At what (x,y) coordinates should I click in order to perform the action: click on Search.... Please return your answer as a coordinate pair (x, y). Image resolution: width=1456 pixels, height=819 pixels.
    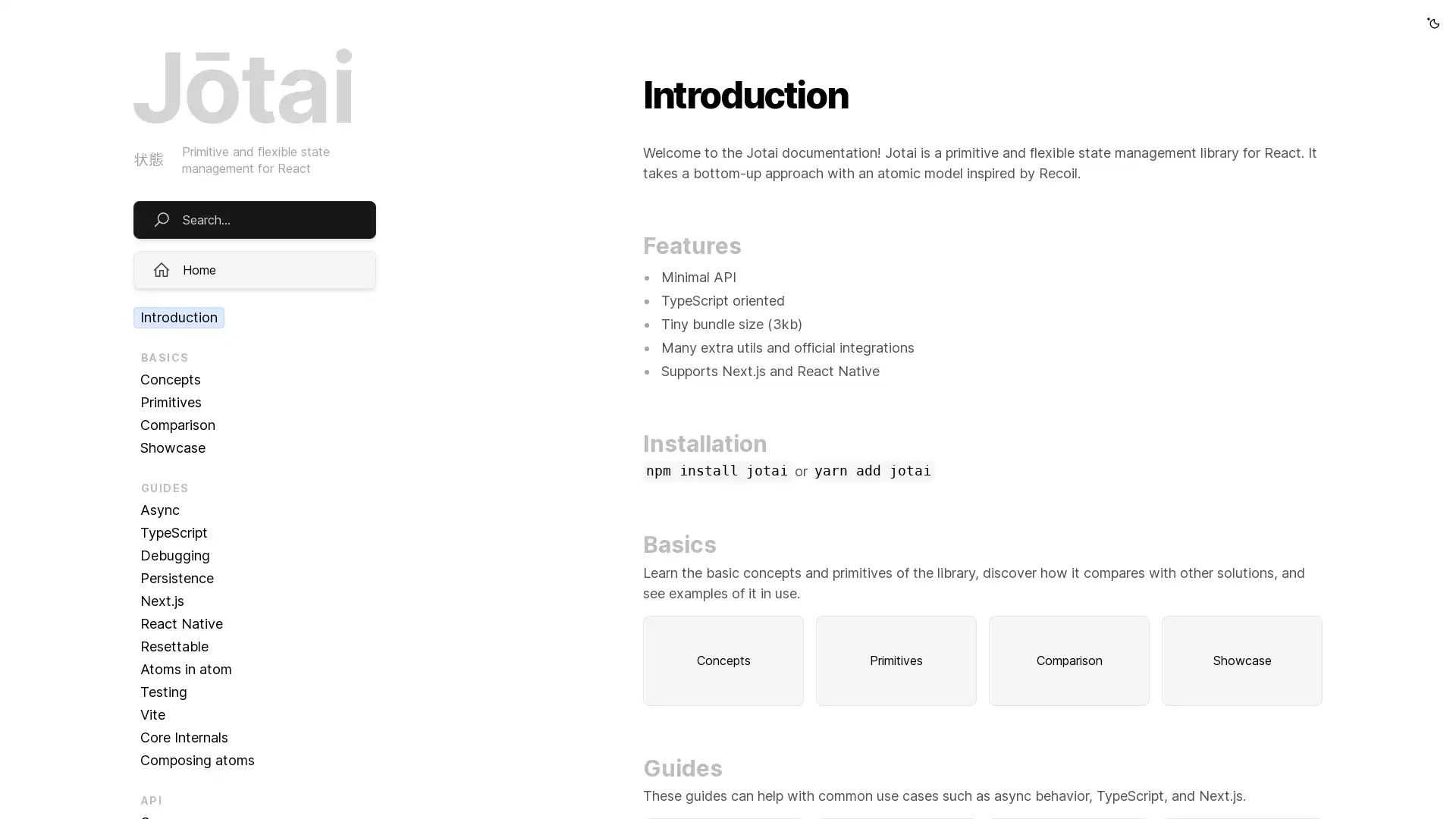
    Looking at the image, I should click on (255, 219).